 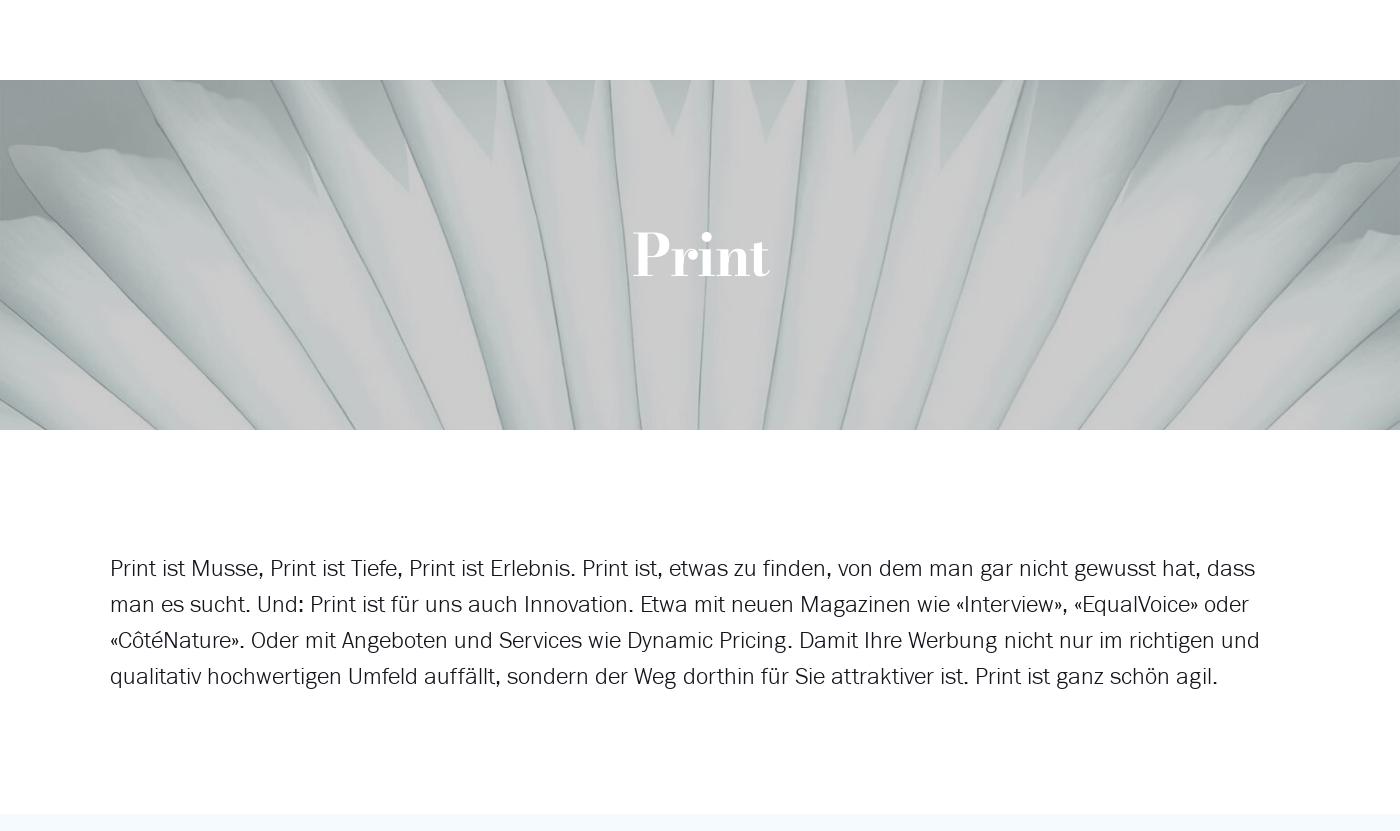 I want to click on 'Dynamic Pricing', so click(x=613, y=94).